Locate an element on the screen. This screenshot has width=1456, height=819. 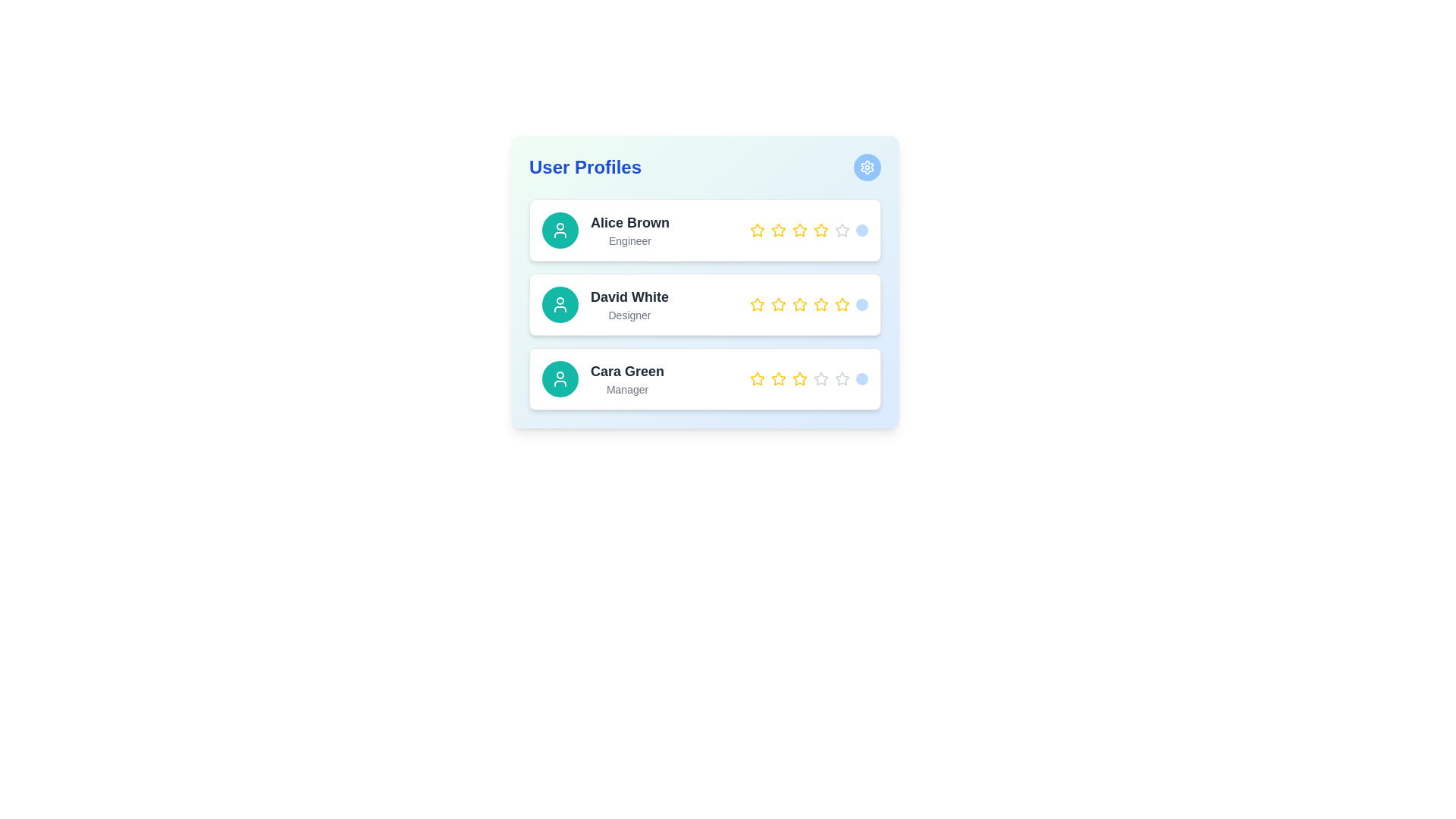
the second star icon in the user rating system on David White's profile card is located at coordinates (757, 304).